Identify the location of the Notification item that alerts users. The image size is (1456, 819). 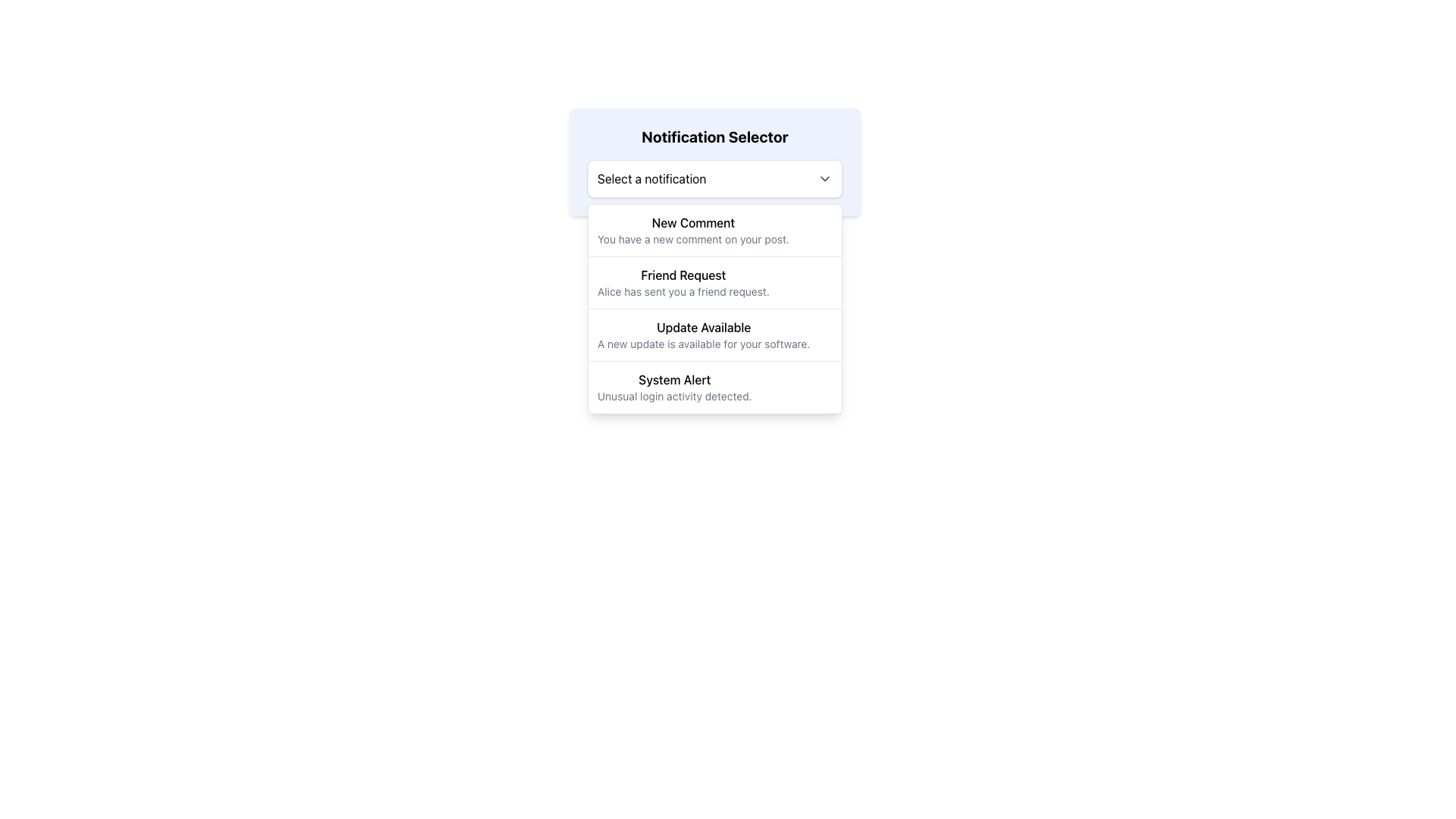
(714, 386).